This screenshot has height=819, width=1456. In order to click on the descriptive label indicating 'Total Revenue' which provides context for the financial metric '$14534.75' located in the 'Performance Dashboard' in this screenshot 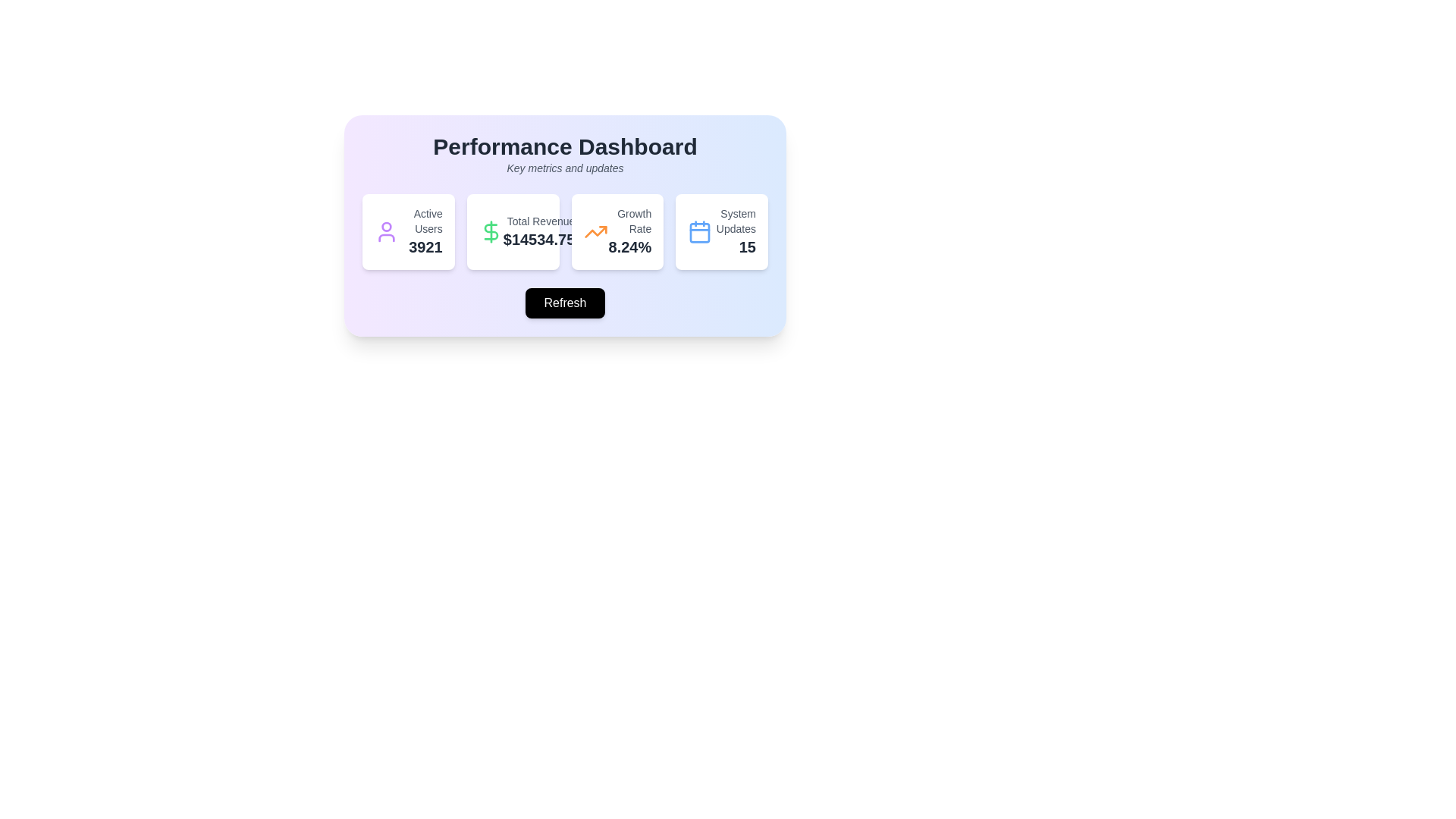, I will do `click(538, 221)`.